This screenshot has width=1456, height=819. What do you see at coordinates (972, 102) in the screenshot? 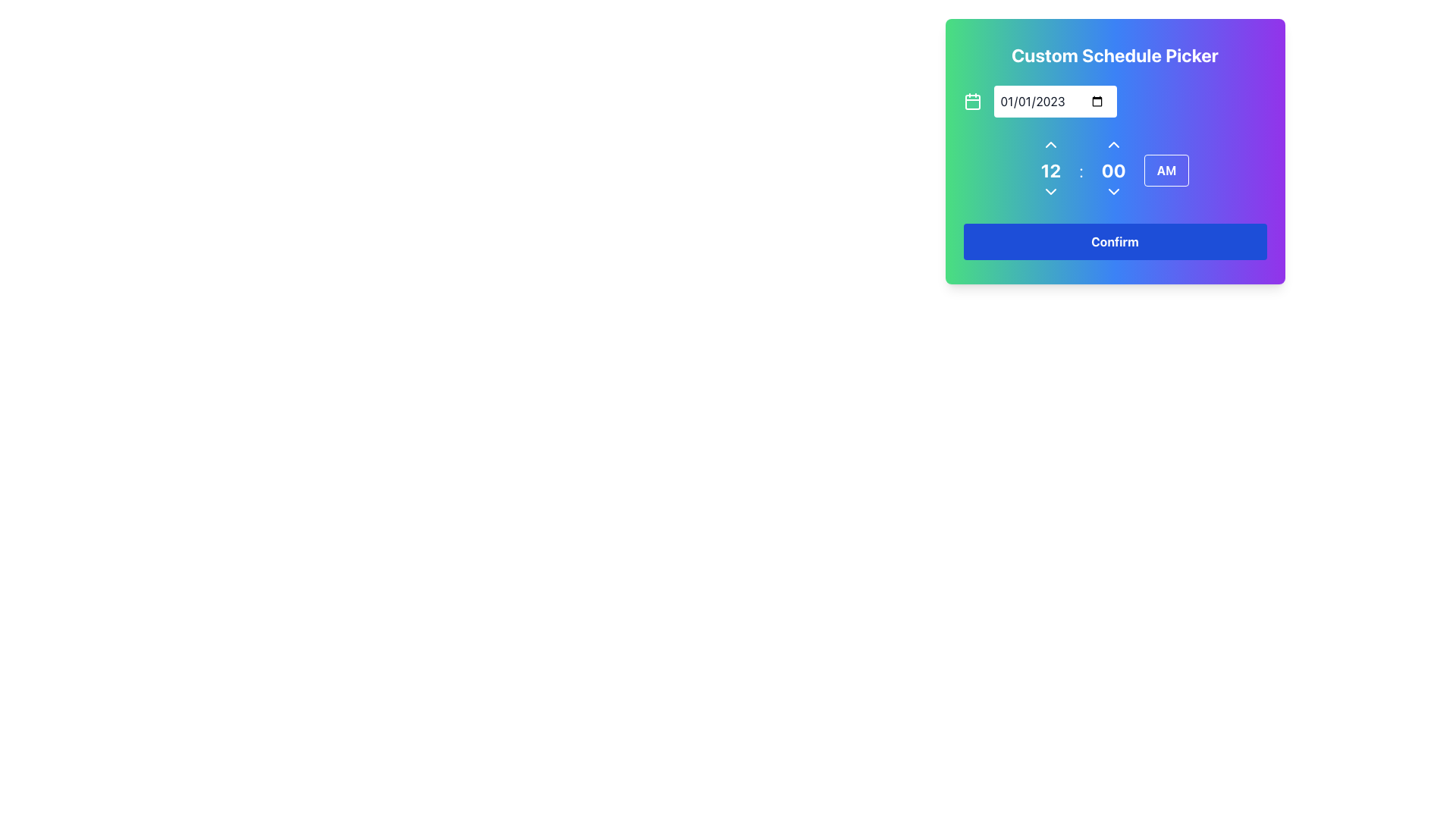
I see `the calendar icon, which is styled with a green background and white outline, located to the left of the date input field displaying '01/01/2023'` at bounding box center [972, 102].